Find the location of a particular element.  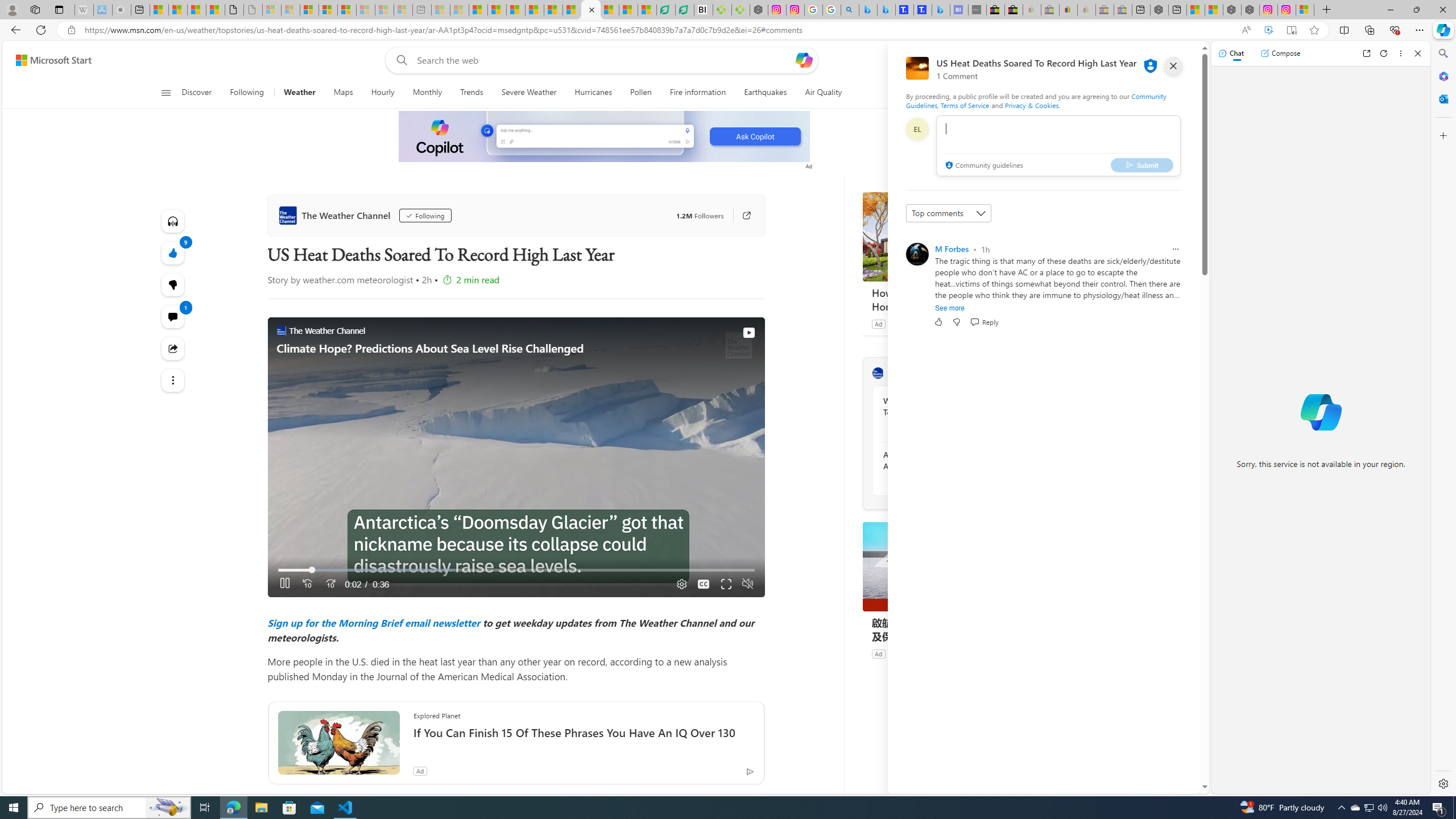

'Sort comments by' is located at coordinates (948, 213).